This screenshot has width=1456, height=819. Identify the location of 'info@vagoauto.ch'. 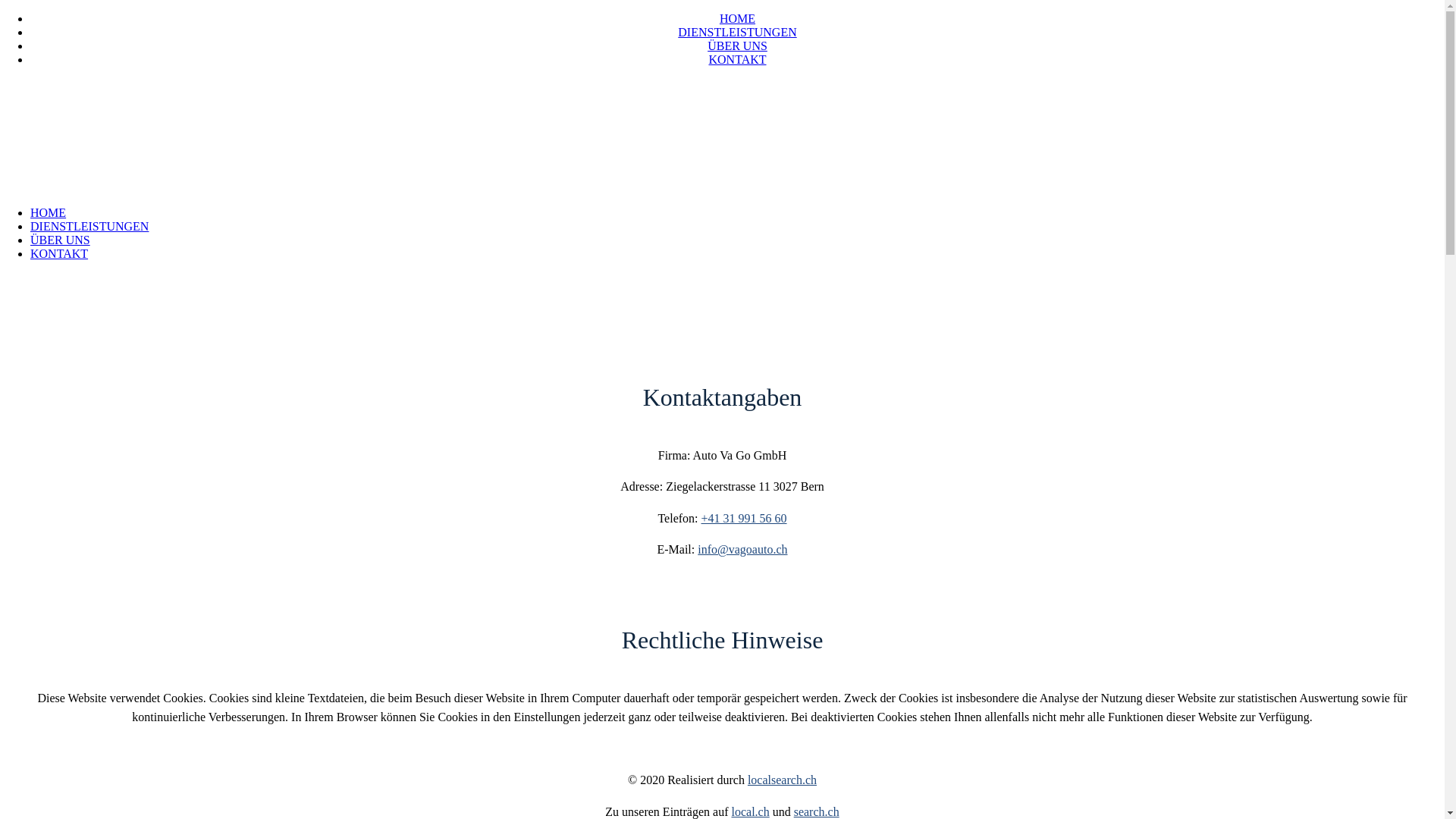
(742, 549).